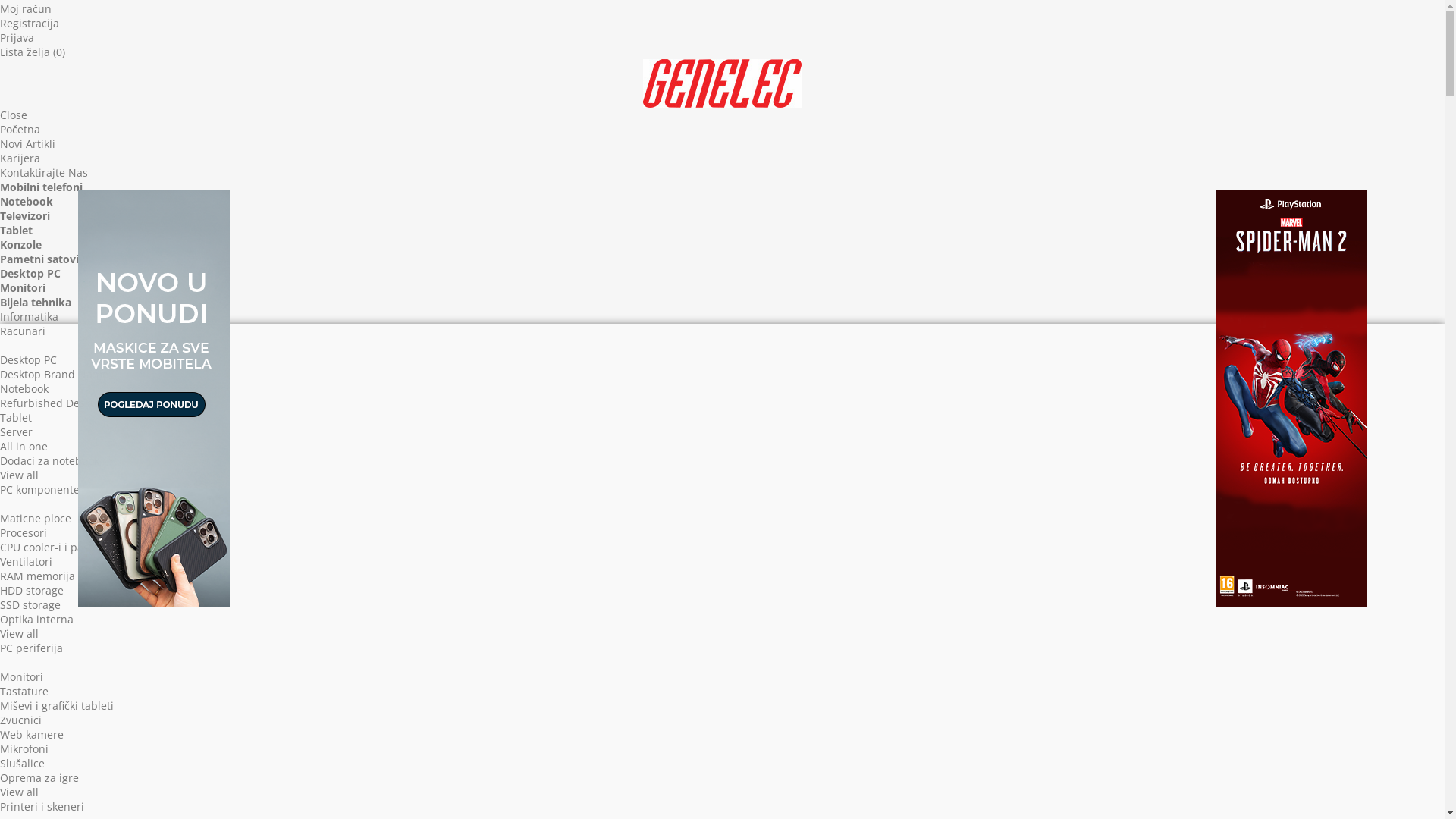  What do you see at coordinates (0, 604) in the screenshot?
I see `'SSD storage'` at bounding box center [0, 604].